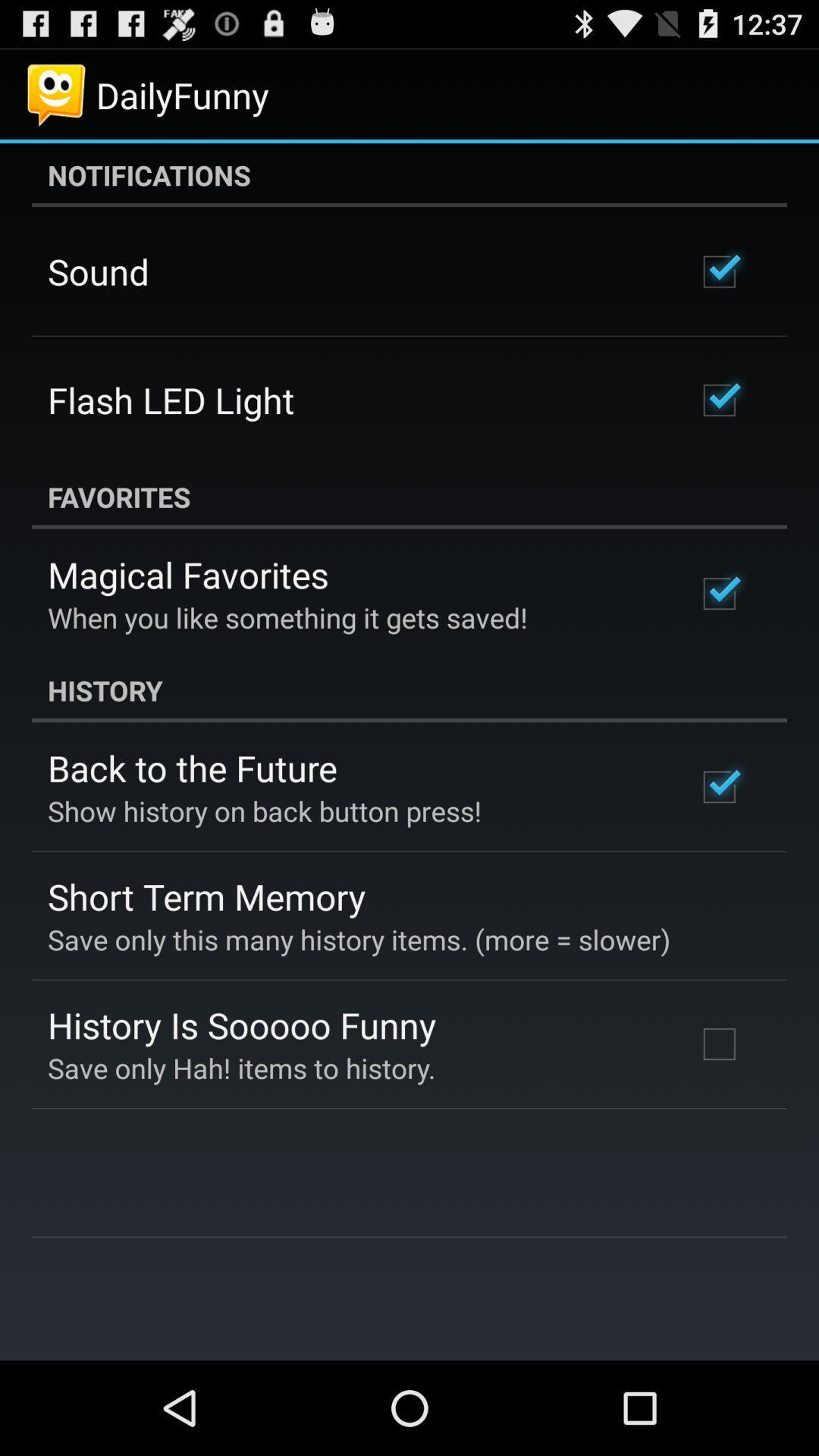 Image resolution: width=819 pixels, height=1456 pixels. I want to click on the icon above the favorites item, so click(171, 400).